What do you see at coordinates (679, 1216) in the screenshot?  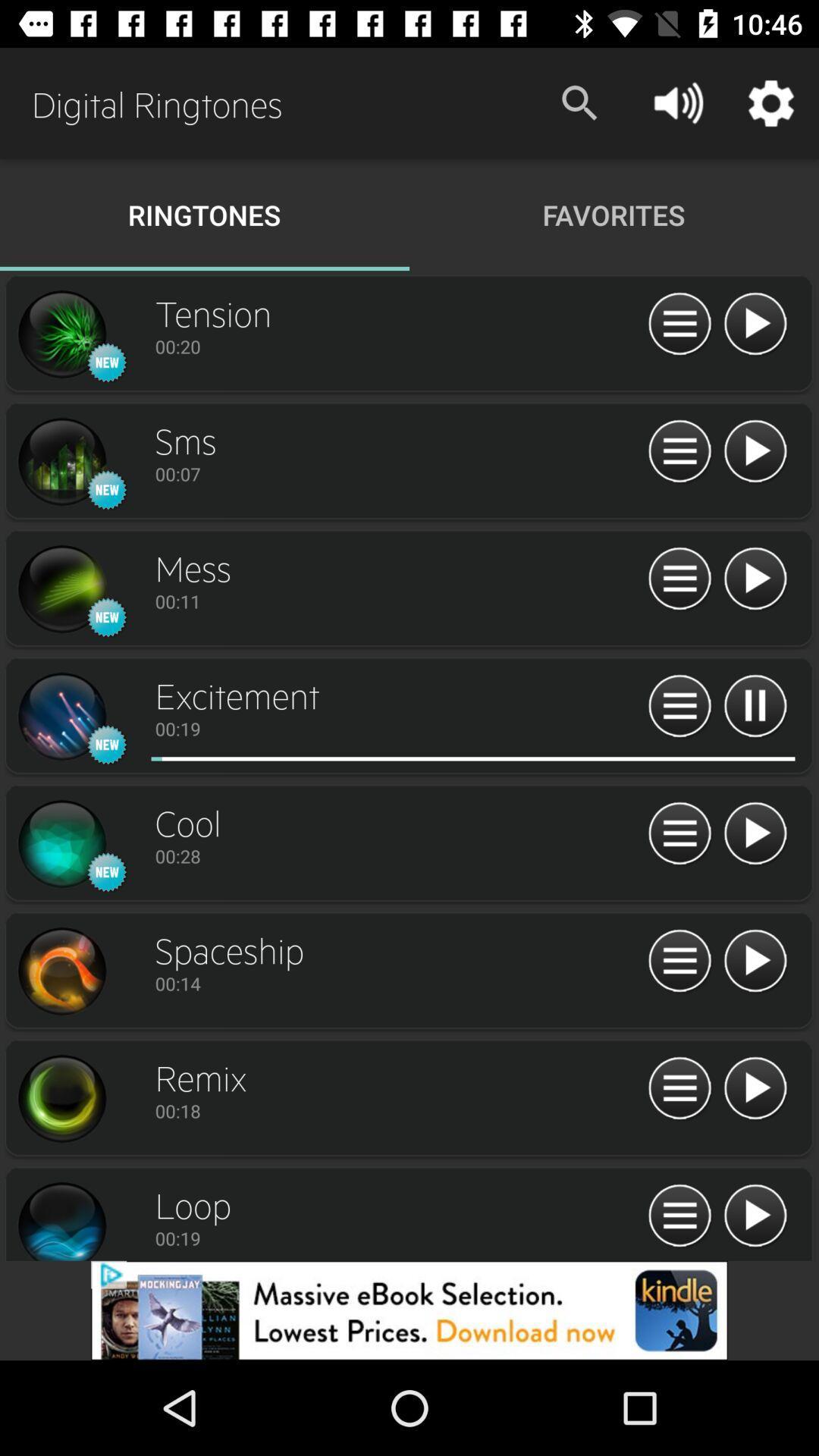 I see `see the menu` at bounding box center [679, 1216].